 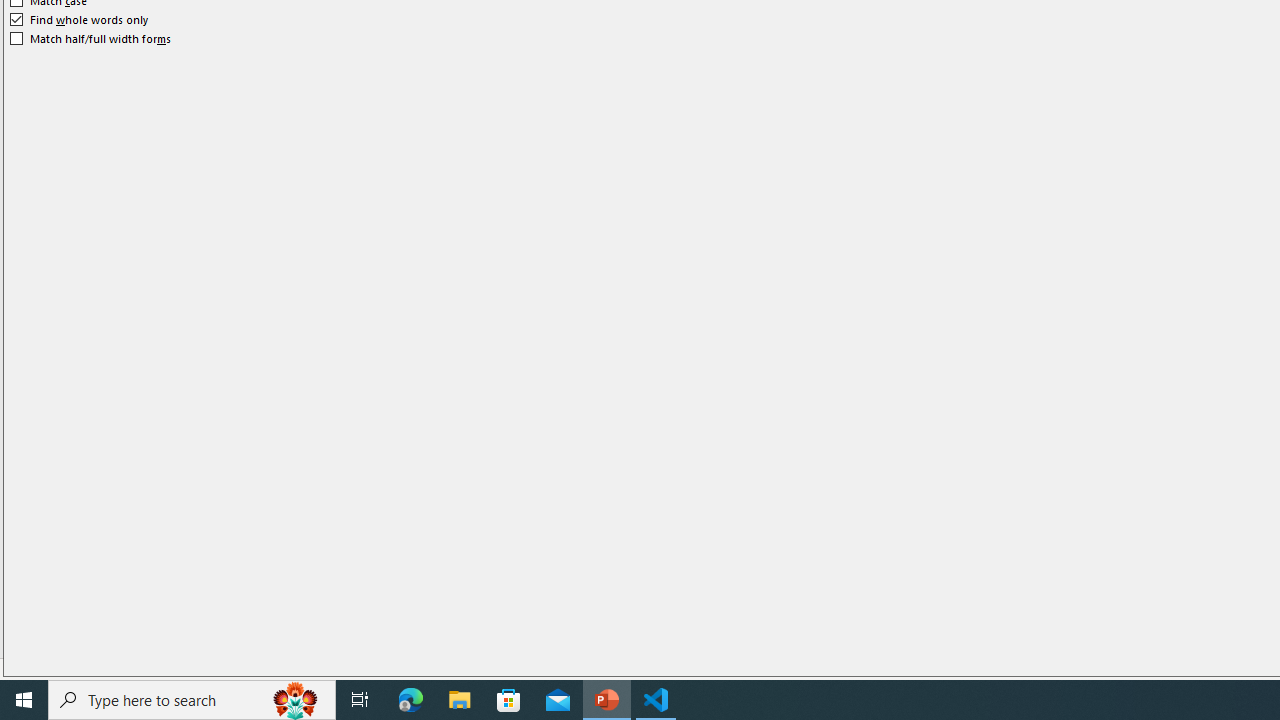 I want to click on 'Match half/full width forms', so click(x=90, y=38).